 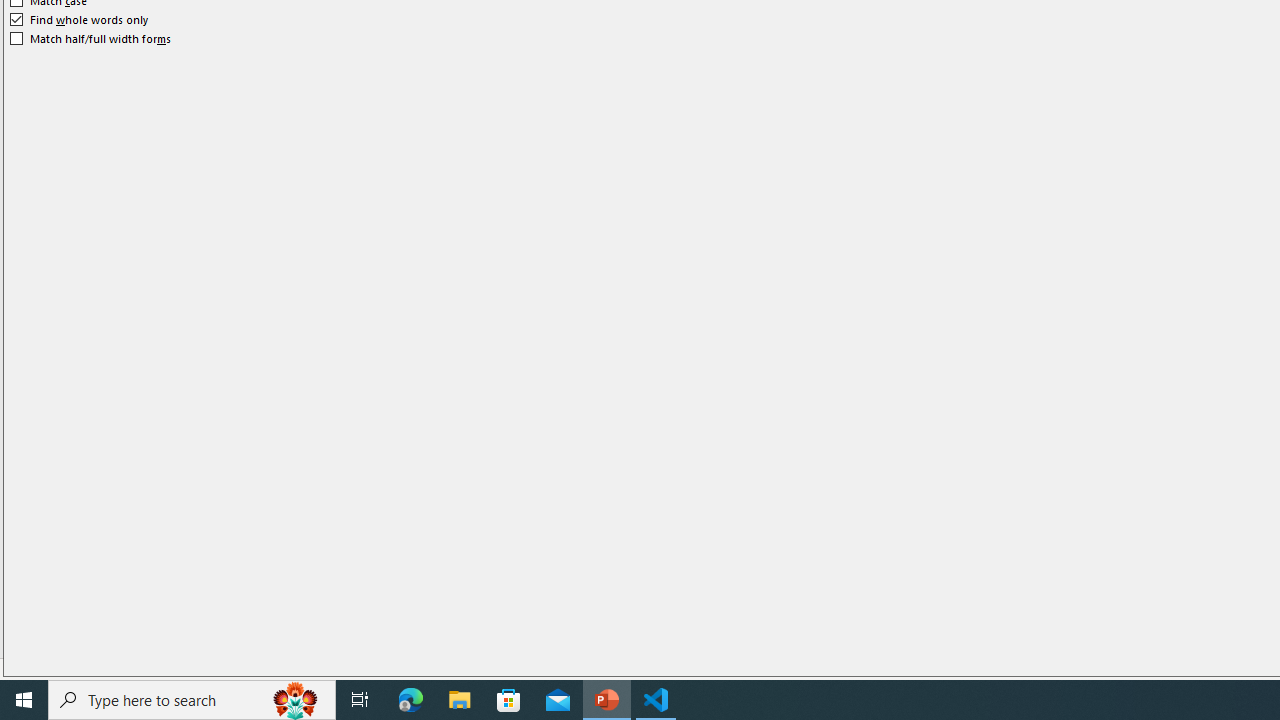 I want to click on 'Match half/full width forms', so click(x=90, y=38).